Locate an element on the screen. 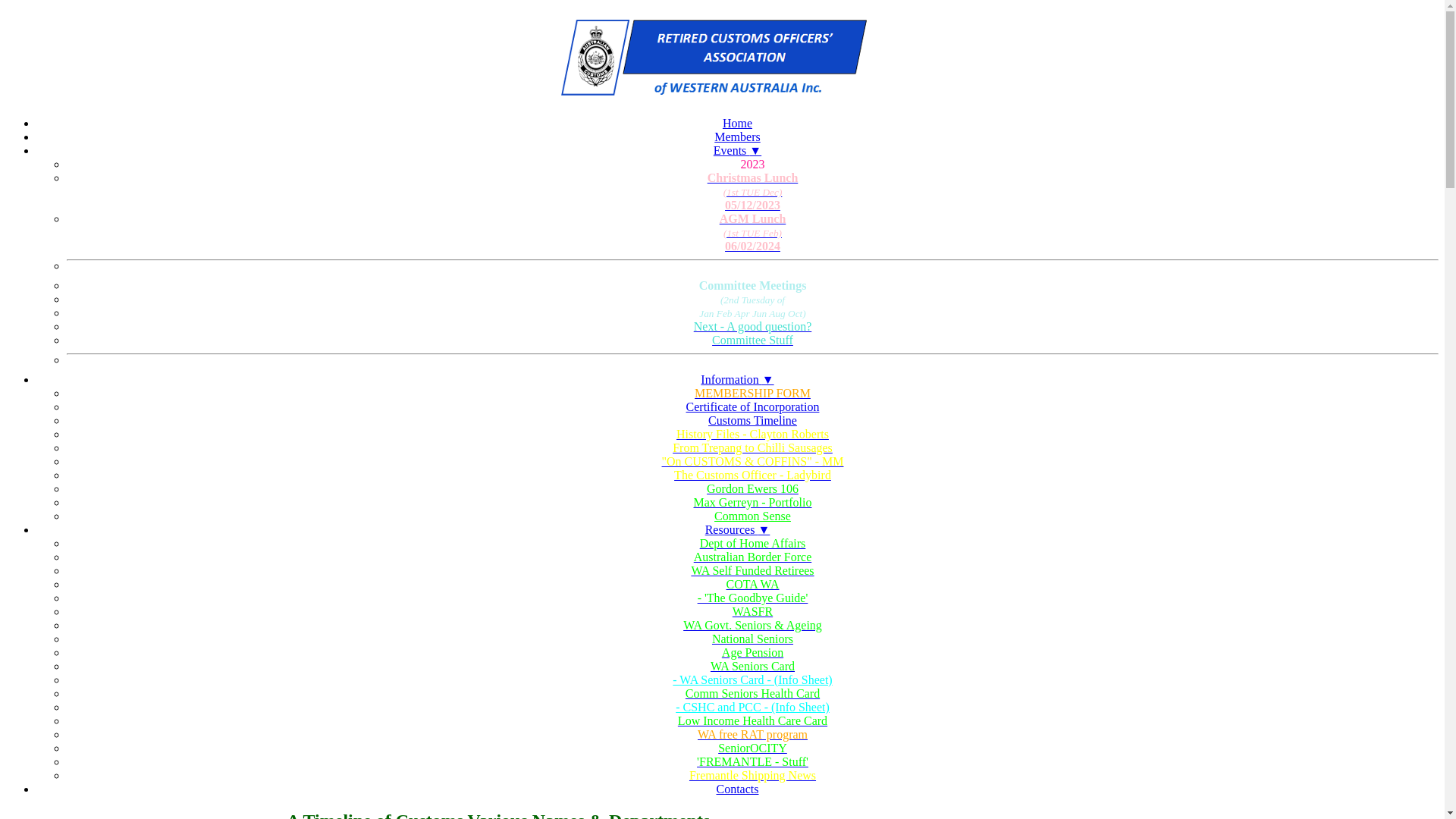 The image size is (1456, 819). 'From Trepang to Chilli Sausages' is located at coordinates (752, 447).